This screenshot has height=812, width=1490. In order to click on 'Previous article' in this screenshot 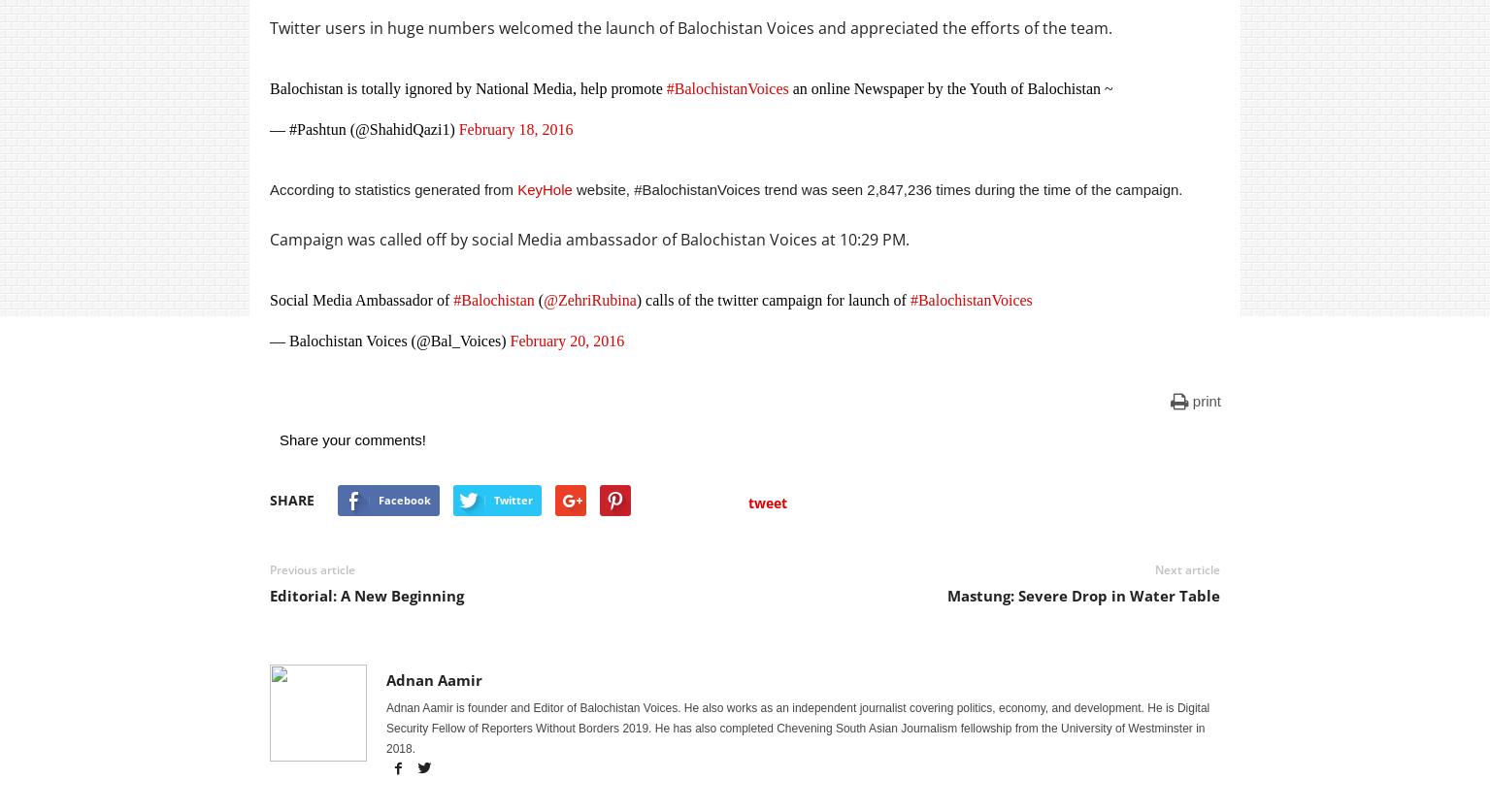, I will do `click(313, 569)`.